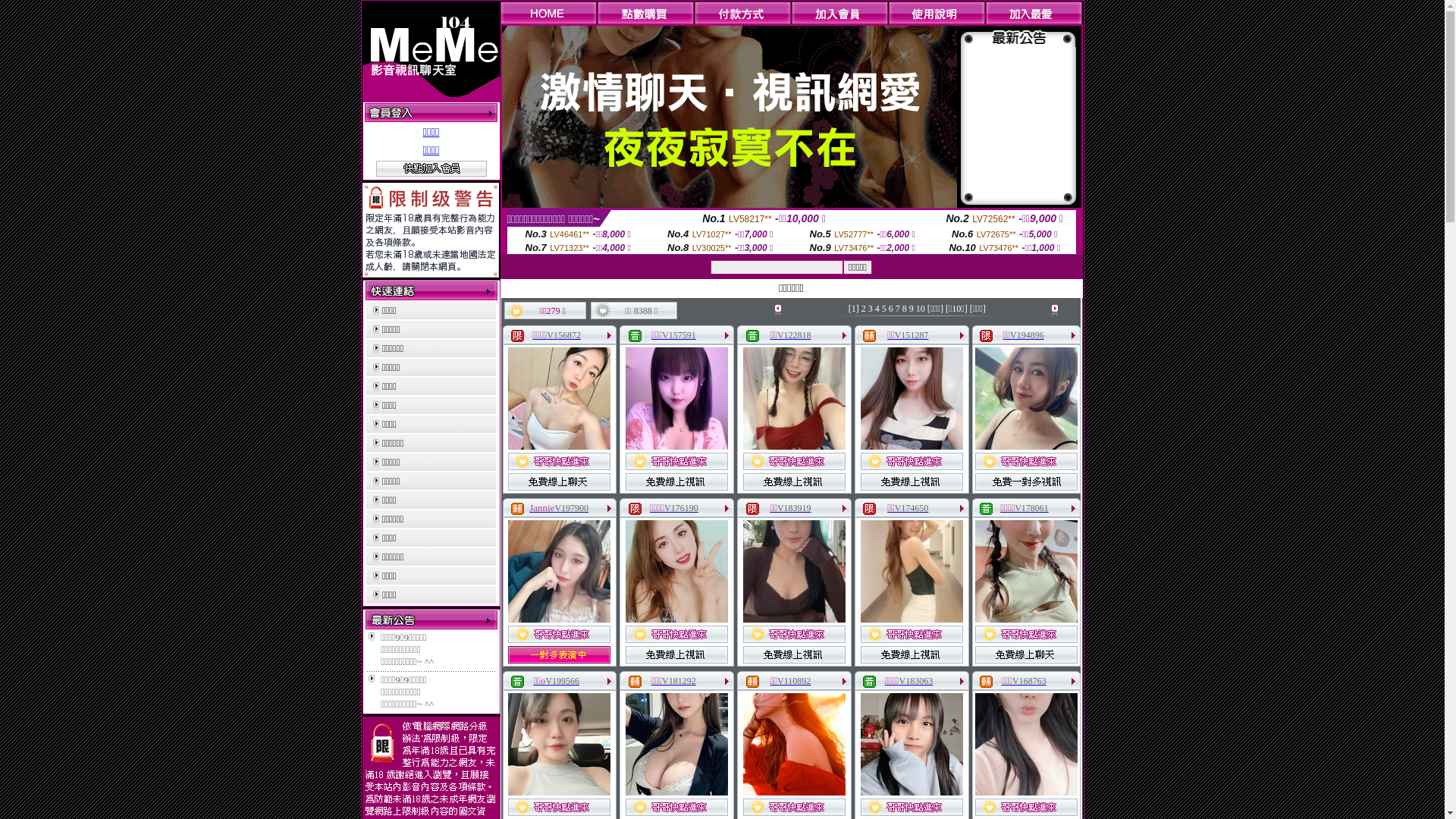  Describe the element at coordinates (545, 680) in the screenshot. I see `'V199566'` at that location.